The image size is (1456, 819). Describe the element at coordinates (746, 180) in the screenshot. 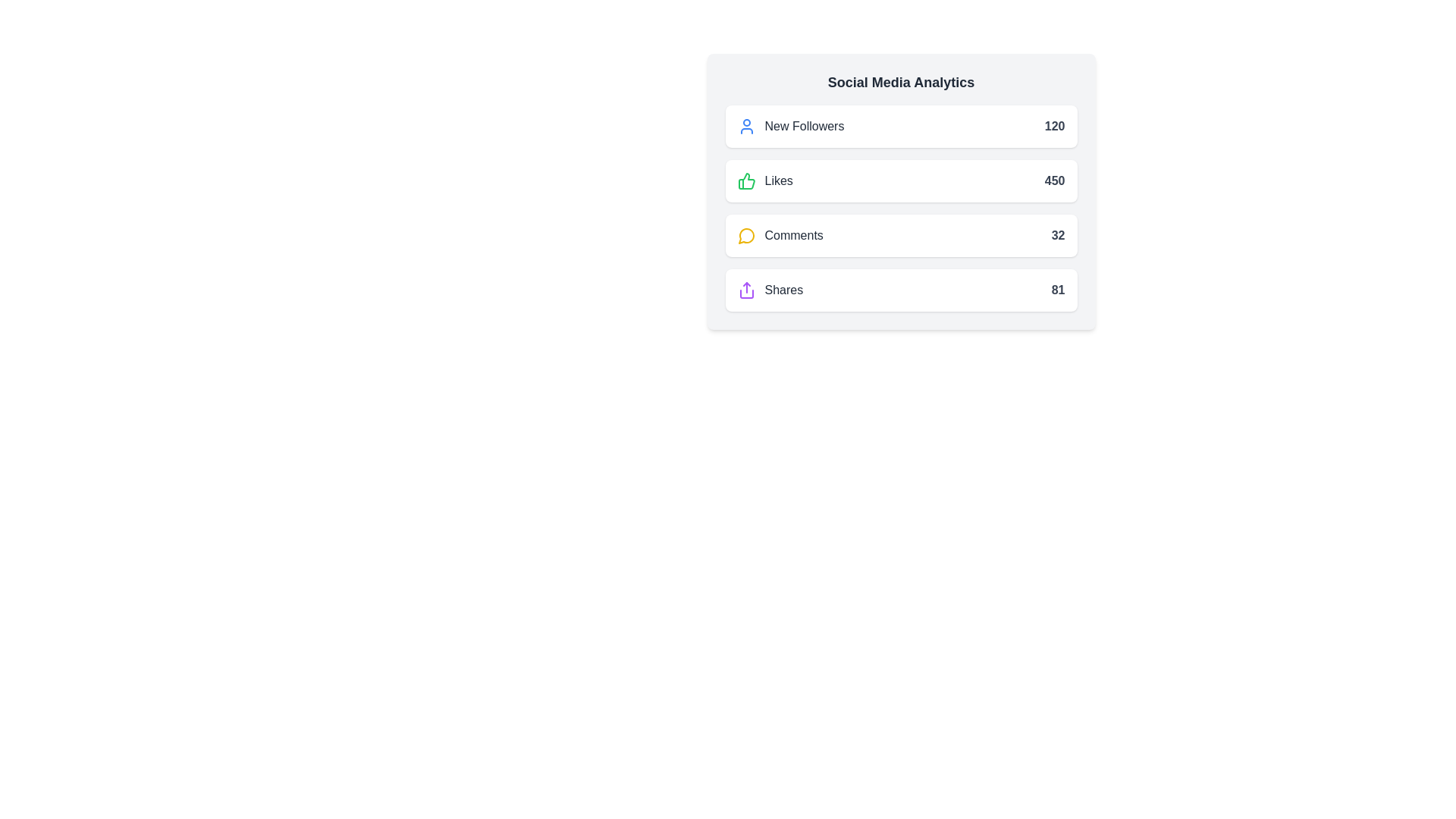

I see `the 'Likes' icon located to the left of the 'Likes' text in the second row of the list for social media analytics` at that location.